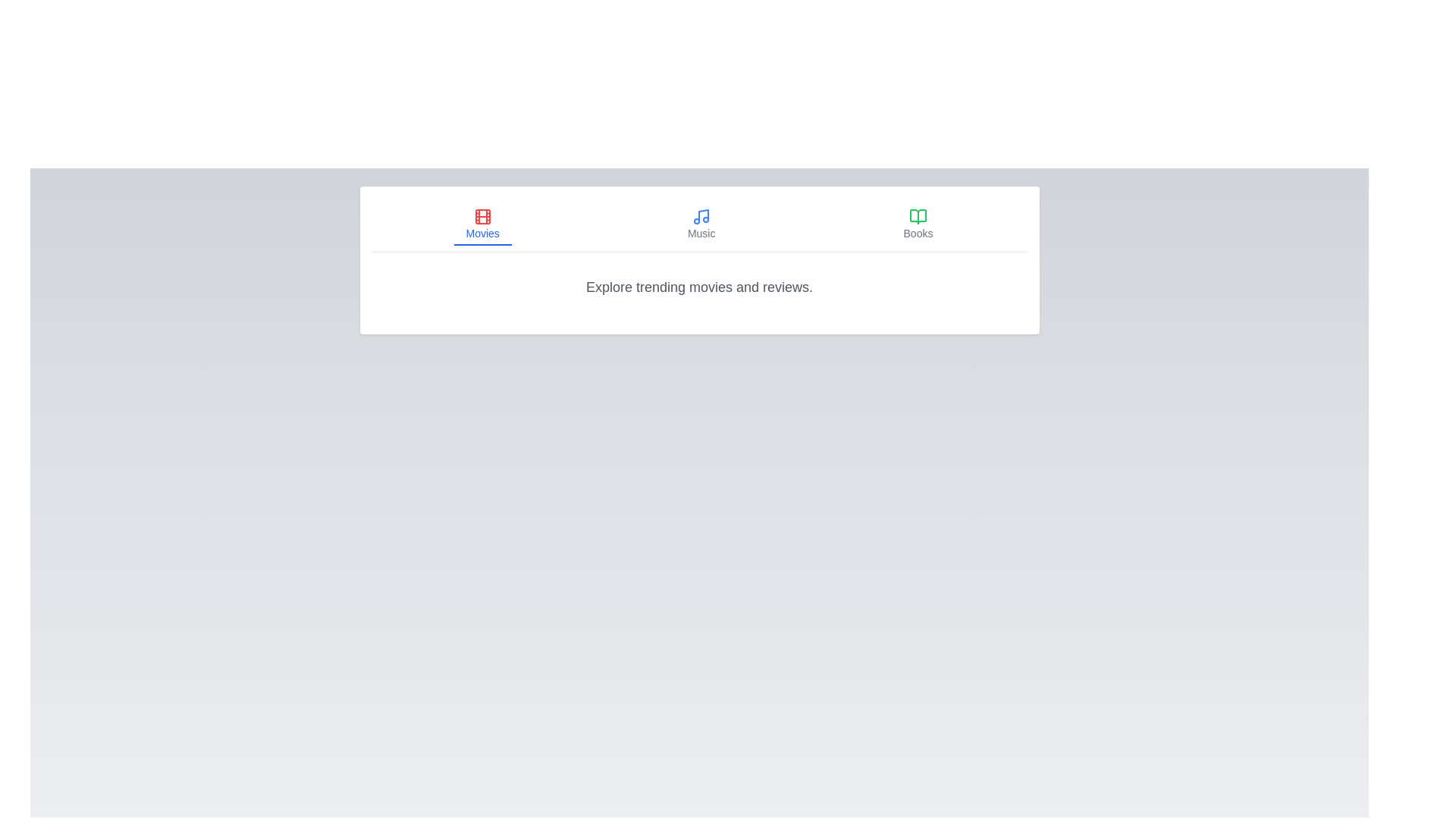  What do you see at coordinates (482, 225) in the screenshot?
I see `the tab labeled Movies to view its content` at bounding box center [482, 225].